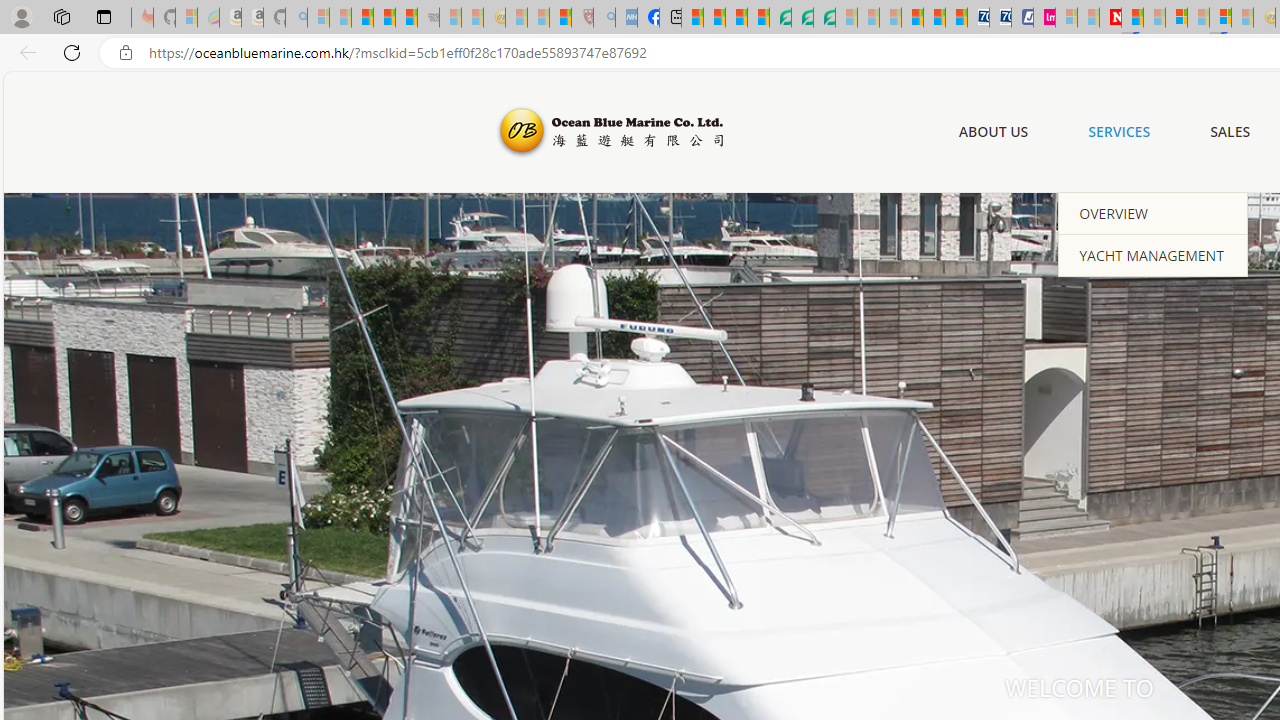 This screenshot has height=720, width=1280. Describe the element at coordinates (1153, 253) in the screenshot. I see `'YACHT MANAGEMENT'` at that location.